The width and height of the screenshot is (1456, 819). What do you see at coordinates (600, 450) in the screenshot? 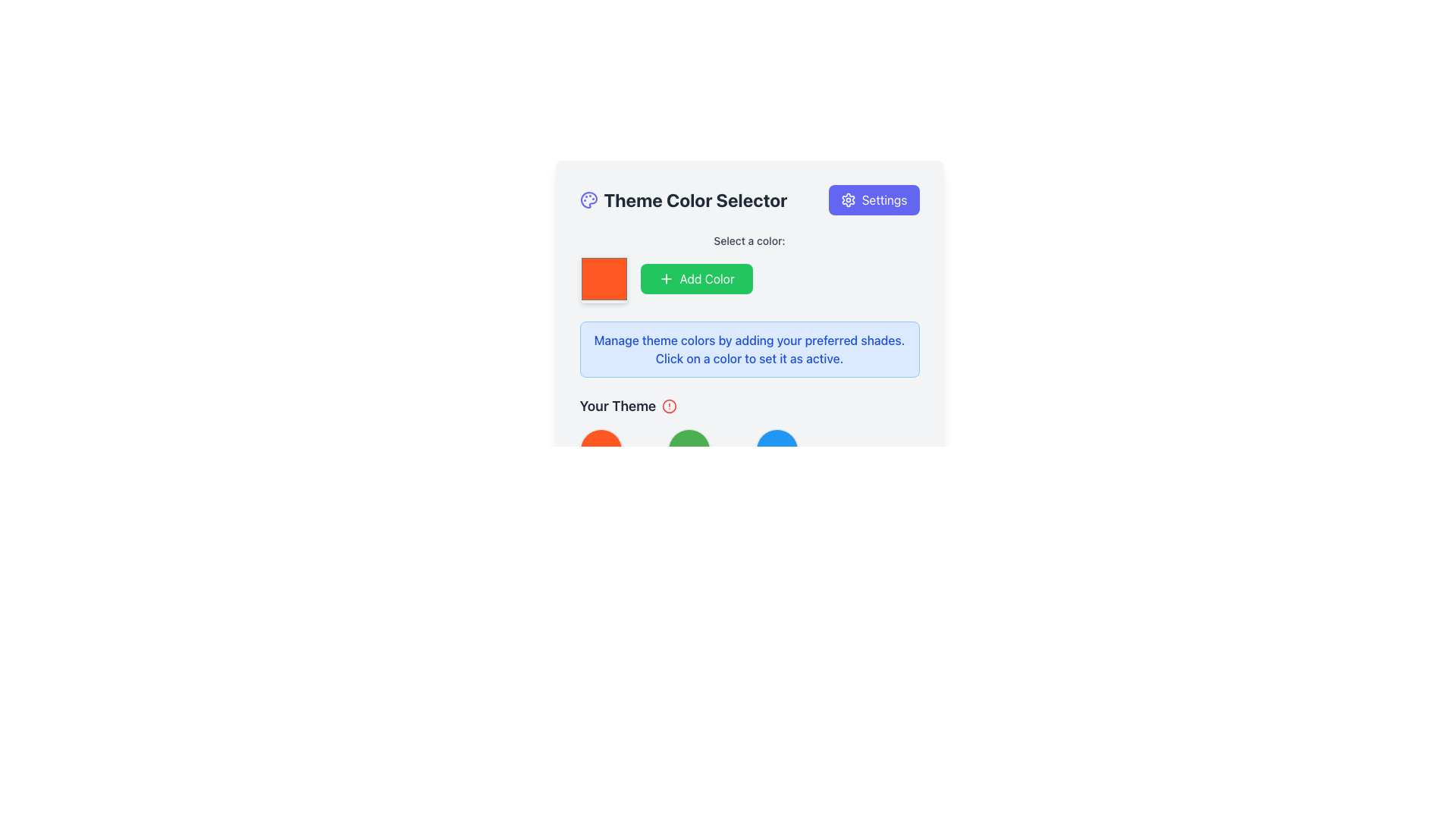
I see `the circular orange button located at the top-left corner of the grid under the 'Your Theme' label` at bounding box center [600, 450].